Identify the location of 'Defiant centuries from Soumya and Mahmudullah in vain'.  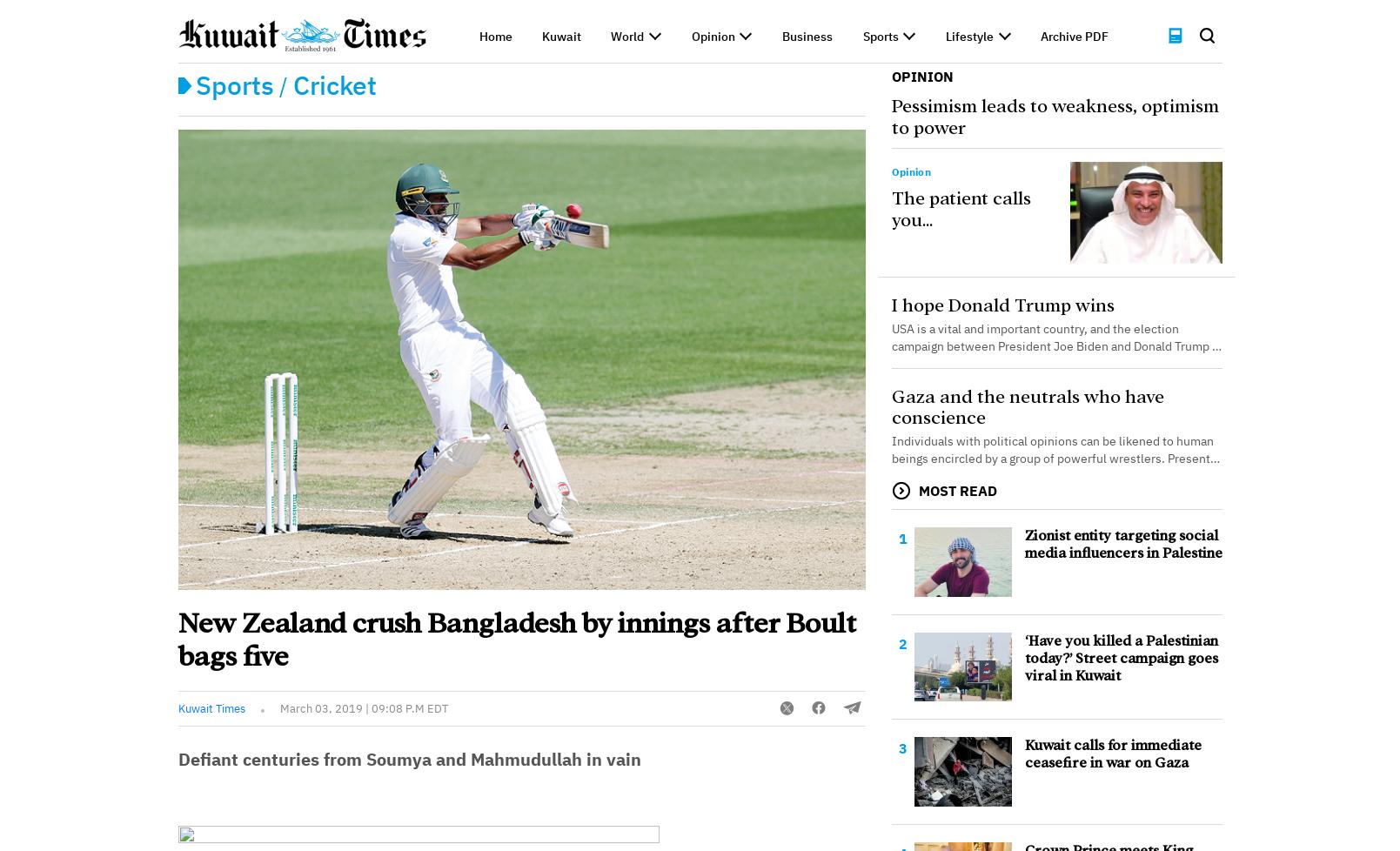
(408, 758).